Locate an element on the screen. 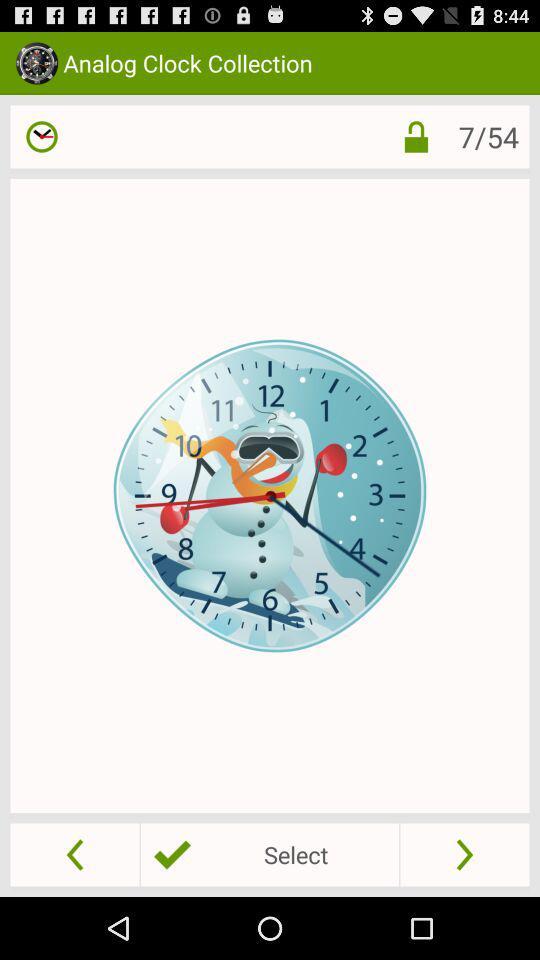  select is located at coordinates (270, 853).